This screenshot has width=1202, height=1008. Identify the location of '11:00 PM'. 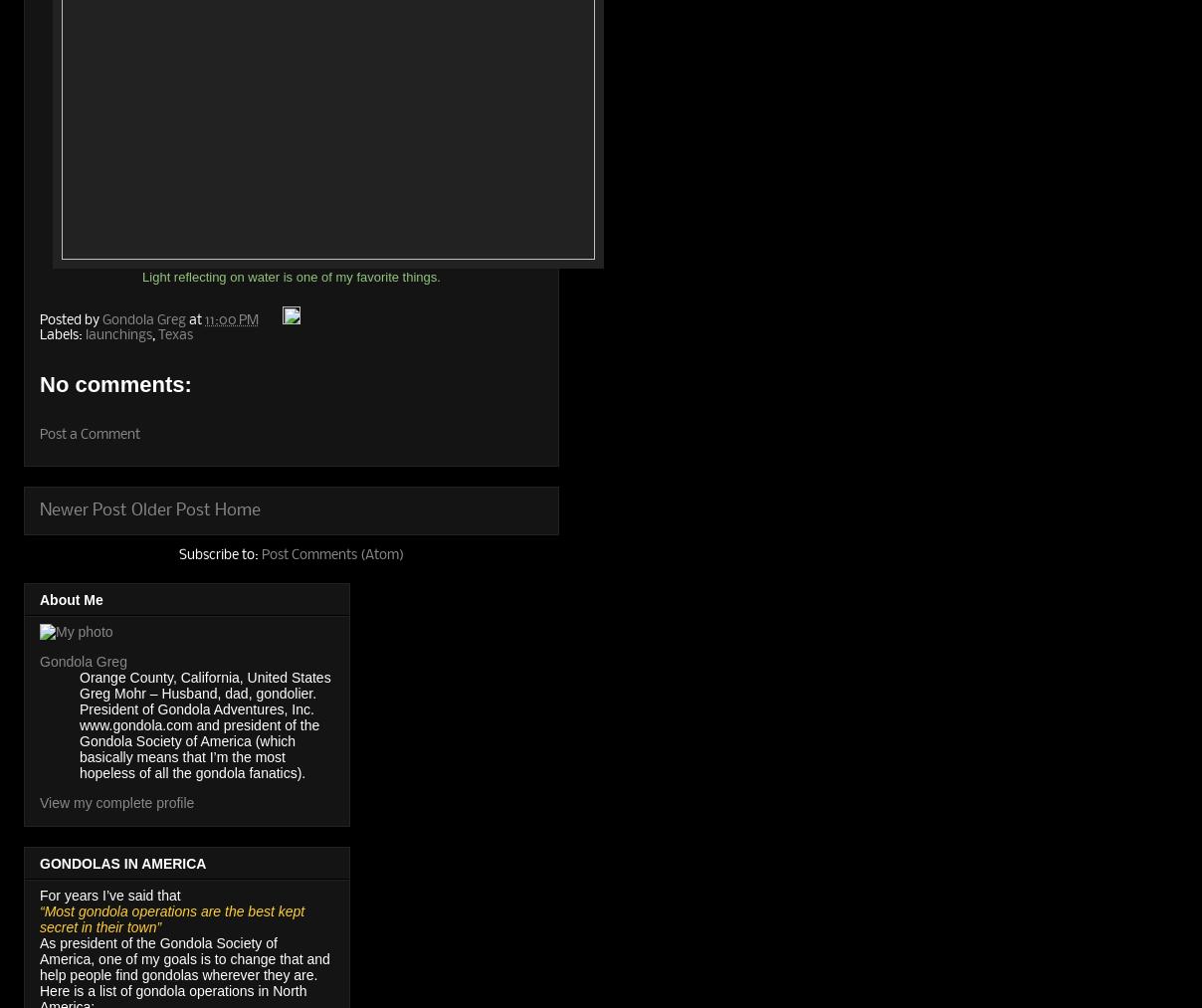
(232, 320).